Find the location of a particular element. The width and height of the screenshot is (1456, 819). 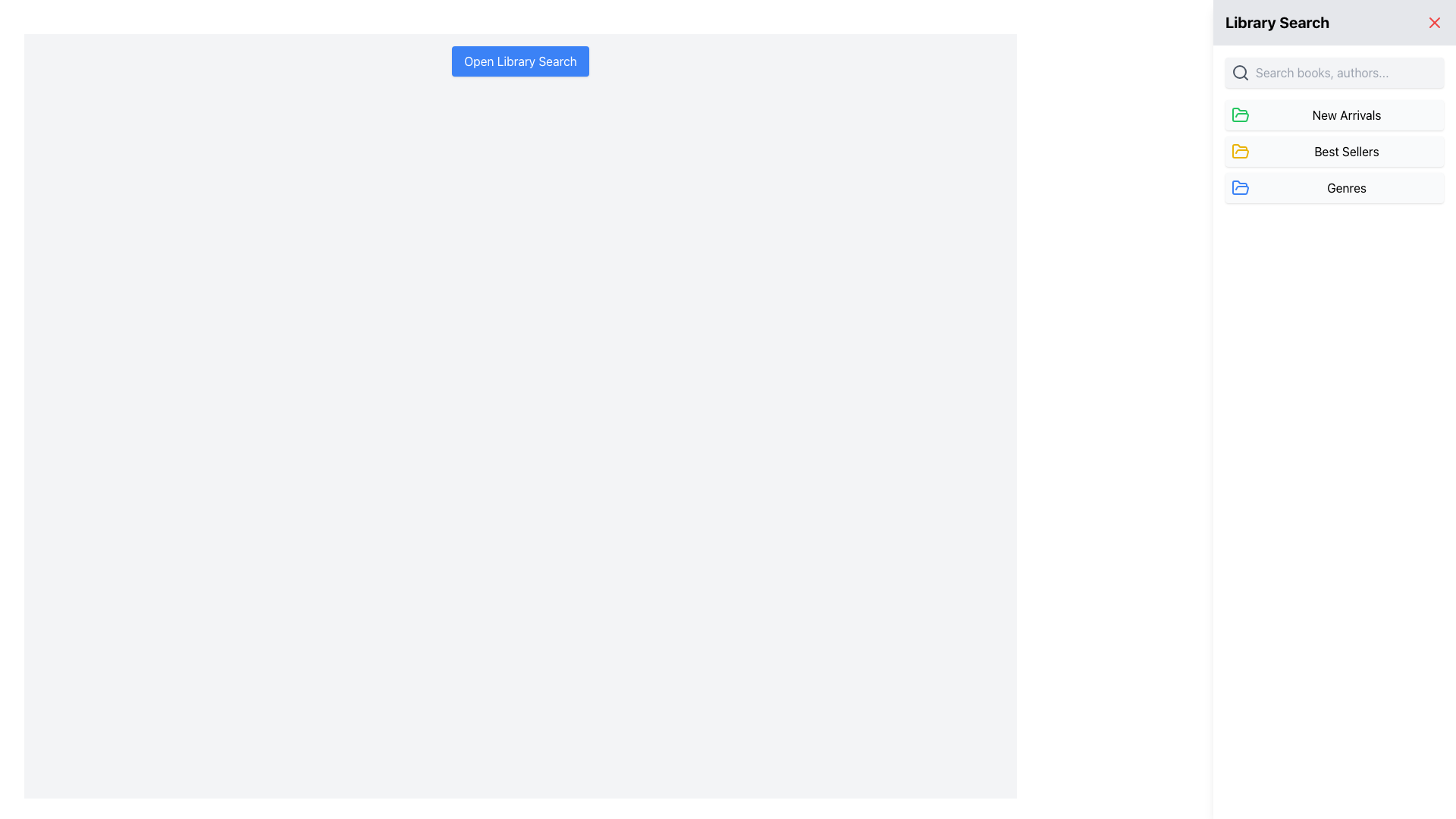

the small green icon resembling an open folder located in the 'New Arrivals' section is located at coordinates (1241, 114).